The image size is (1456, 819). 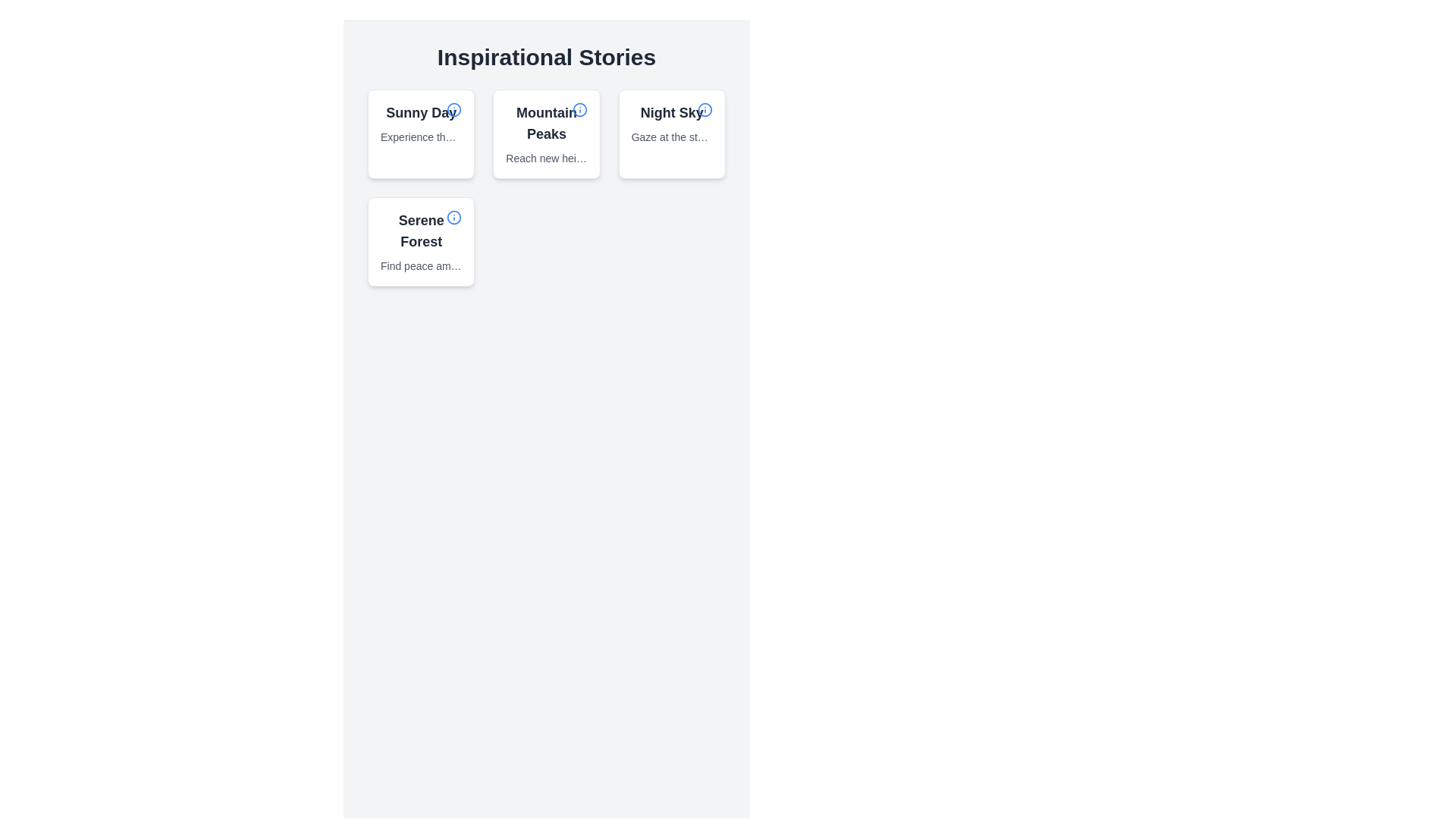 I want to click on text label that is styled with a small font size and gray color, containing the text 'Gaze at the starry night and immerse in the cosmos.', located below the title 'Night Sky' within the content card, so click(x=671, y=137).